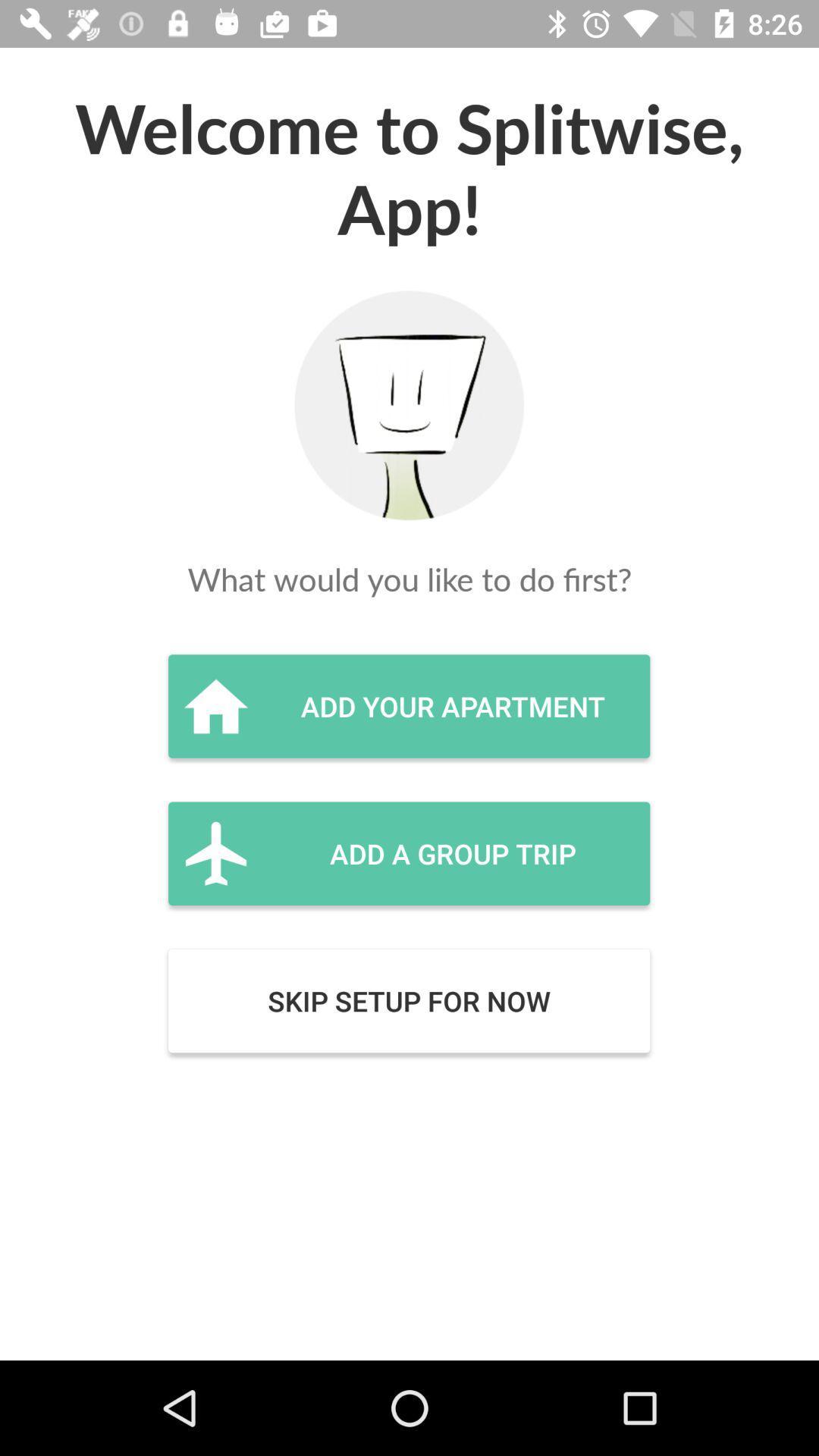 This screenshot has width=819, height=1456. I want to click on icon below the what would you, so click(408, 705).